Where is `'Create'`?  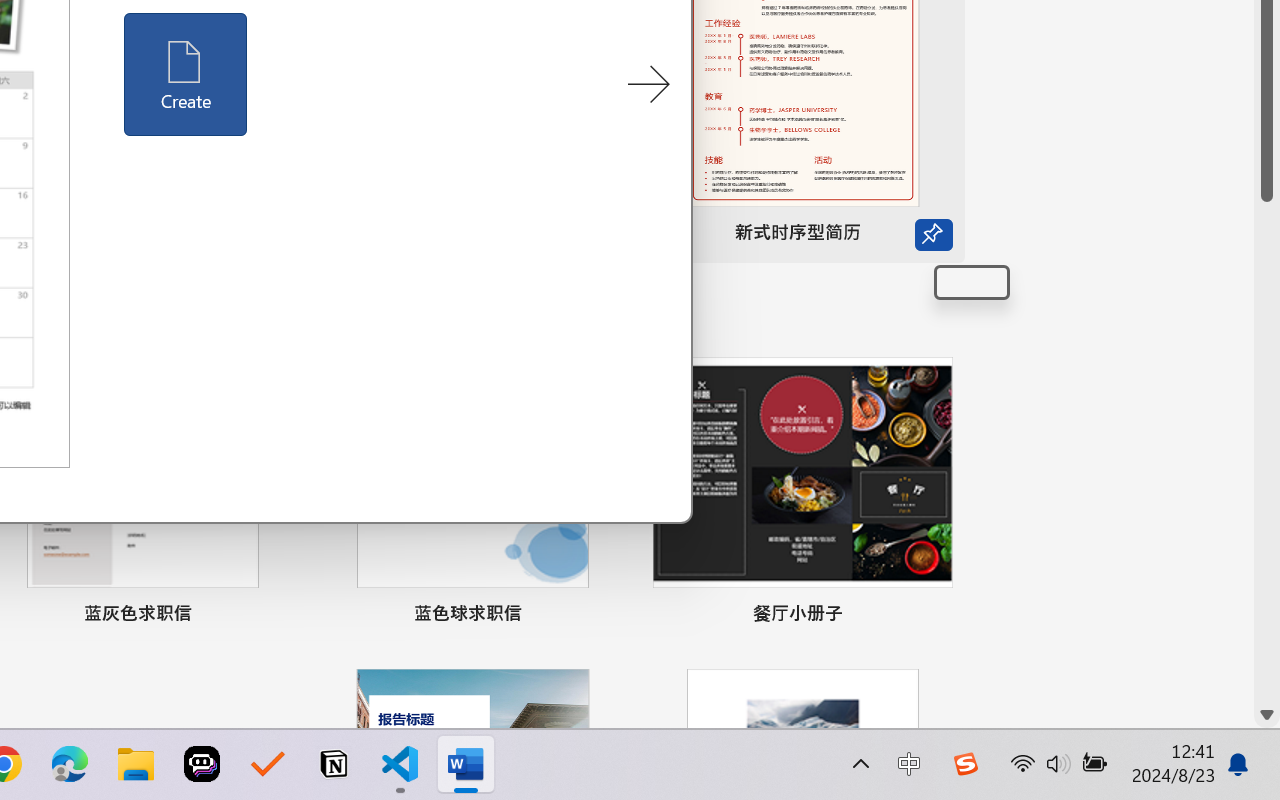
'Create' is located at coordinates (185, 74).